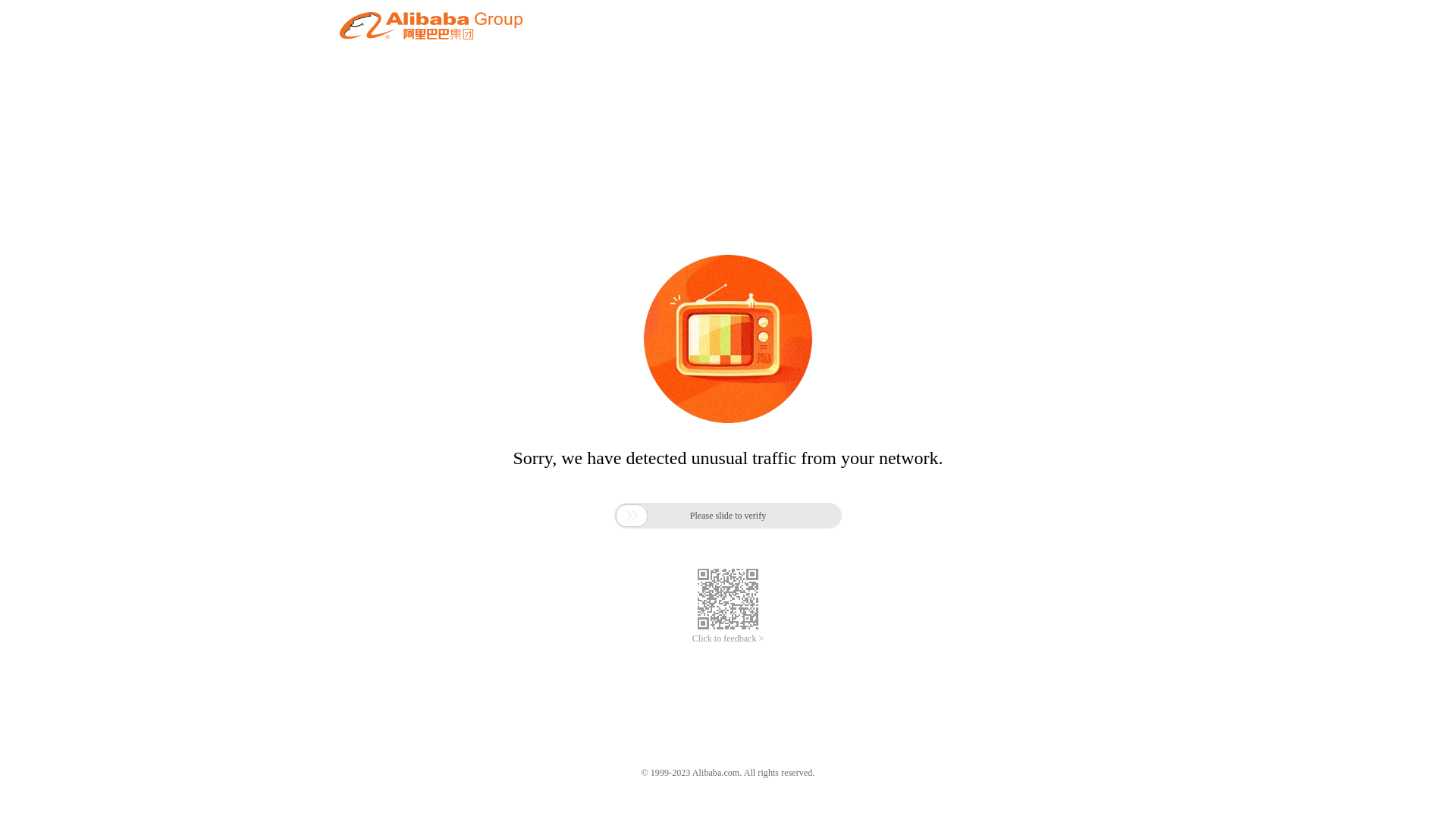  I want to click on 'Click to feedback >', so click(728, 639).